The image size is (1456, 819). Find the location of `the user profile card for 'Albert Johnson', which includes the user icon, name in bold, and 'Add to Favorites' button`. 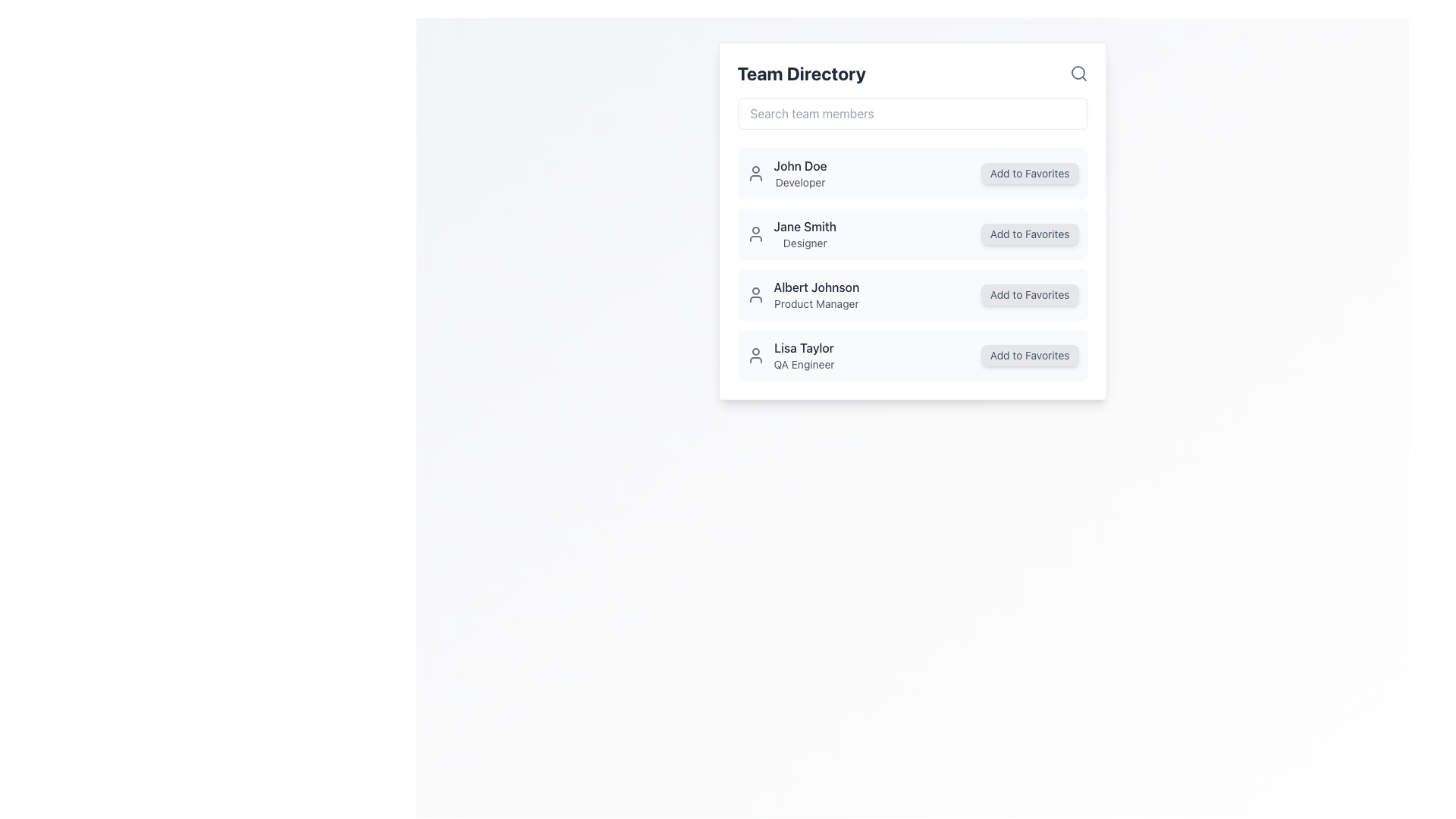

the user profile card for 'Albert Johnson', which includes the user icon, name in bold, and 'Add to Favorites' button is located at coordinates (912, 295).